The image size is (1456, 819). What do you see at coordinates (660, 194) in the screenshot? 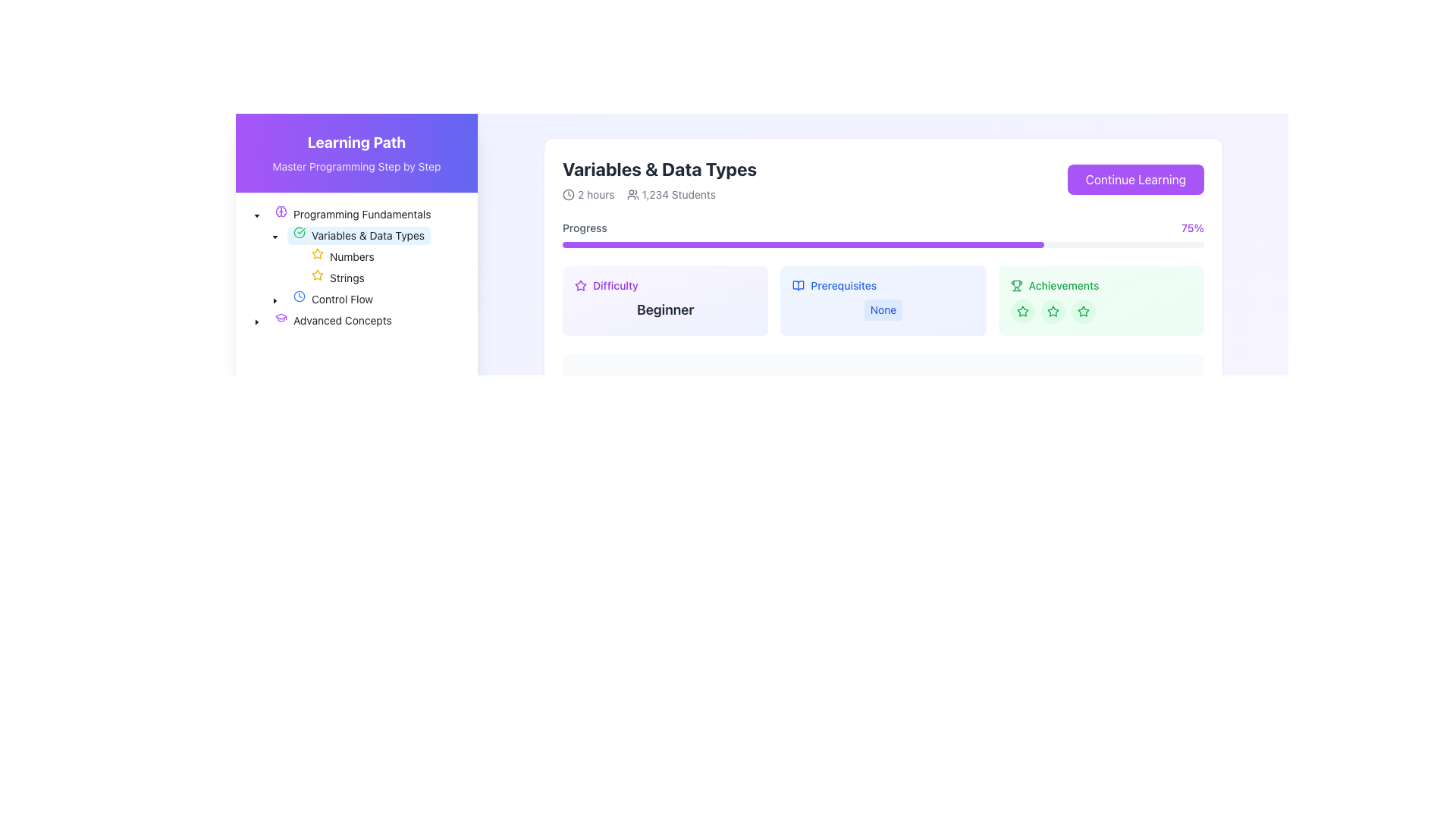
I see `the informational label displaying '2 hours 1,234 Students'` at bounding box center [660, 194].